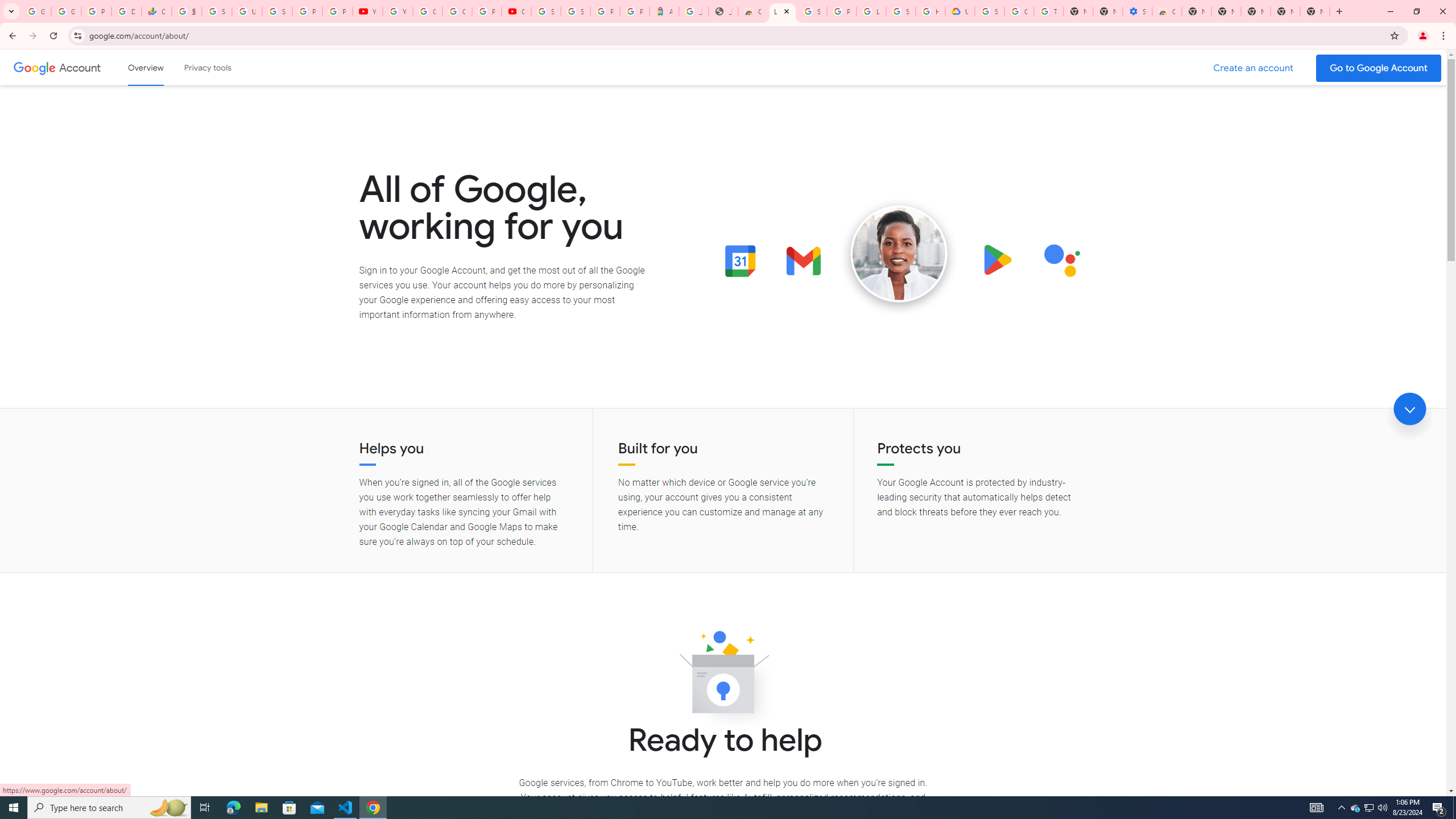  Describe the element at coordinates (206, 67) in the screenshot. I see `'Privacy tools'` at that location.